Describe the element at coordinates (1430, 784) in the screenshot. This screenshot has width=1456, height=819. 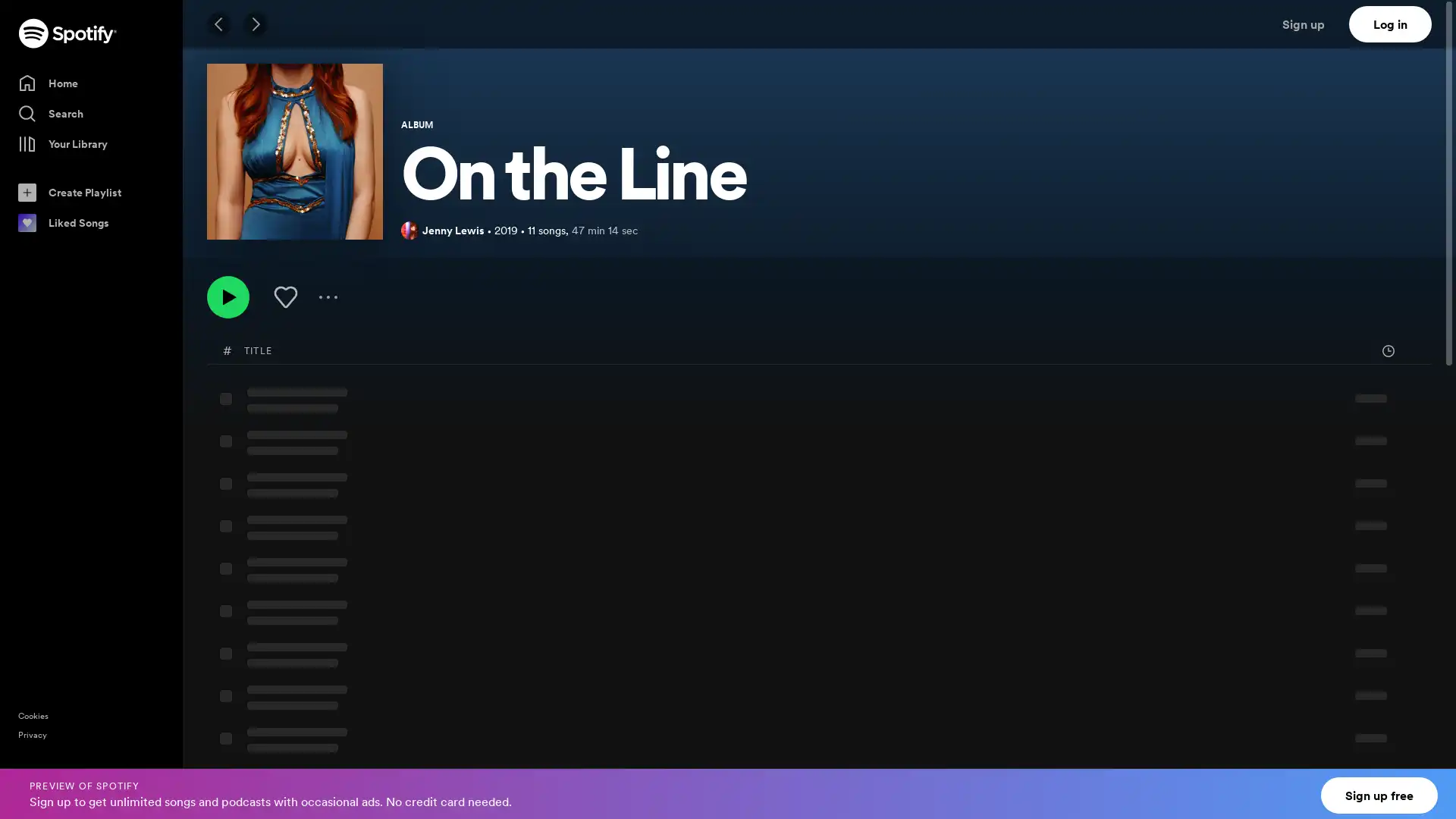
I see `Close` at that location.